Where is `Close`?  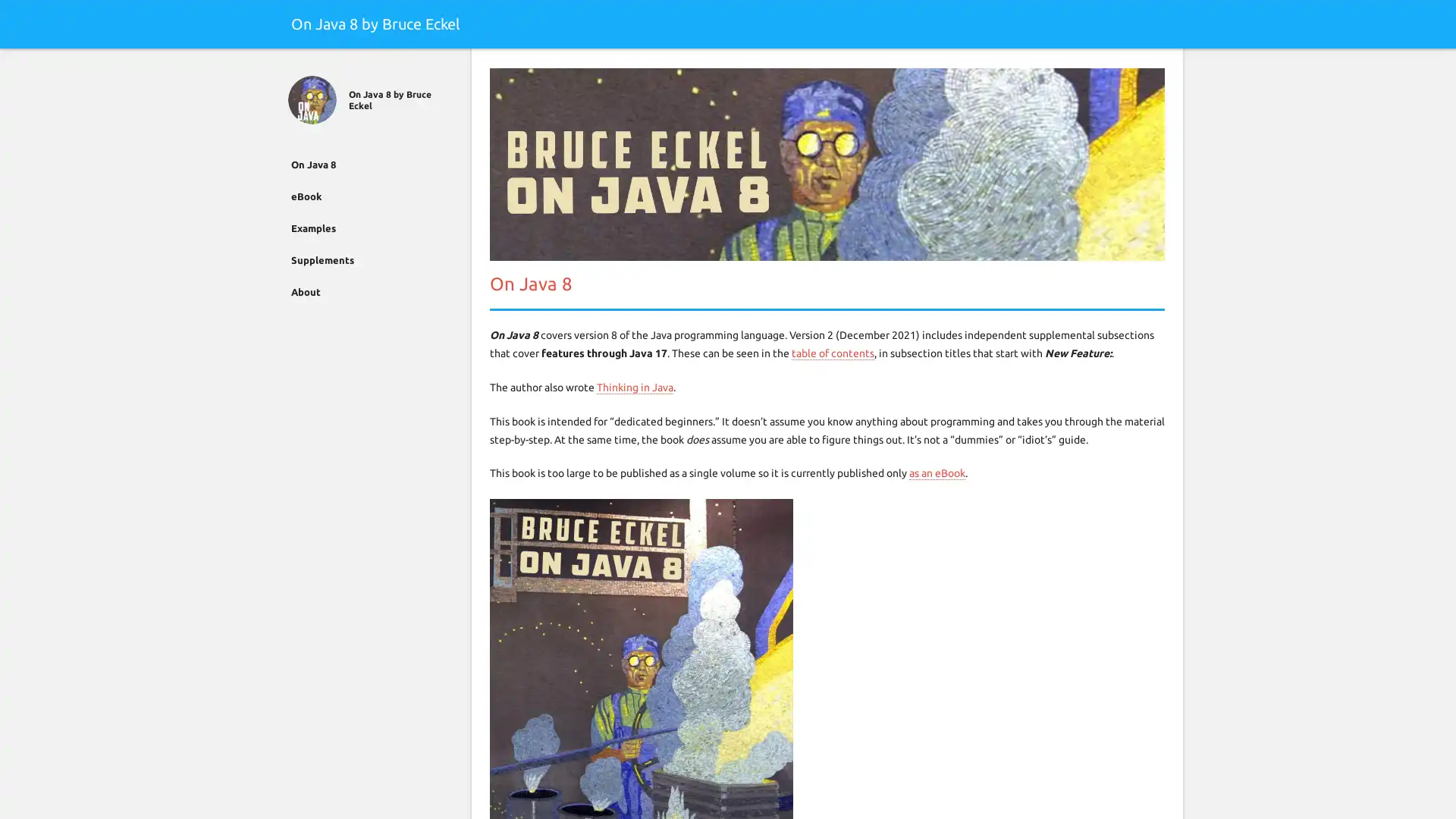
Close is located at coordinates (293, 66).